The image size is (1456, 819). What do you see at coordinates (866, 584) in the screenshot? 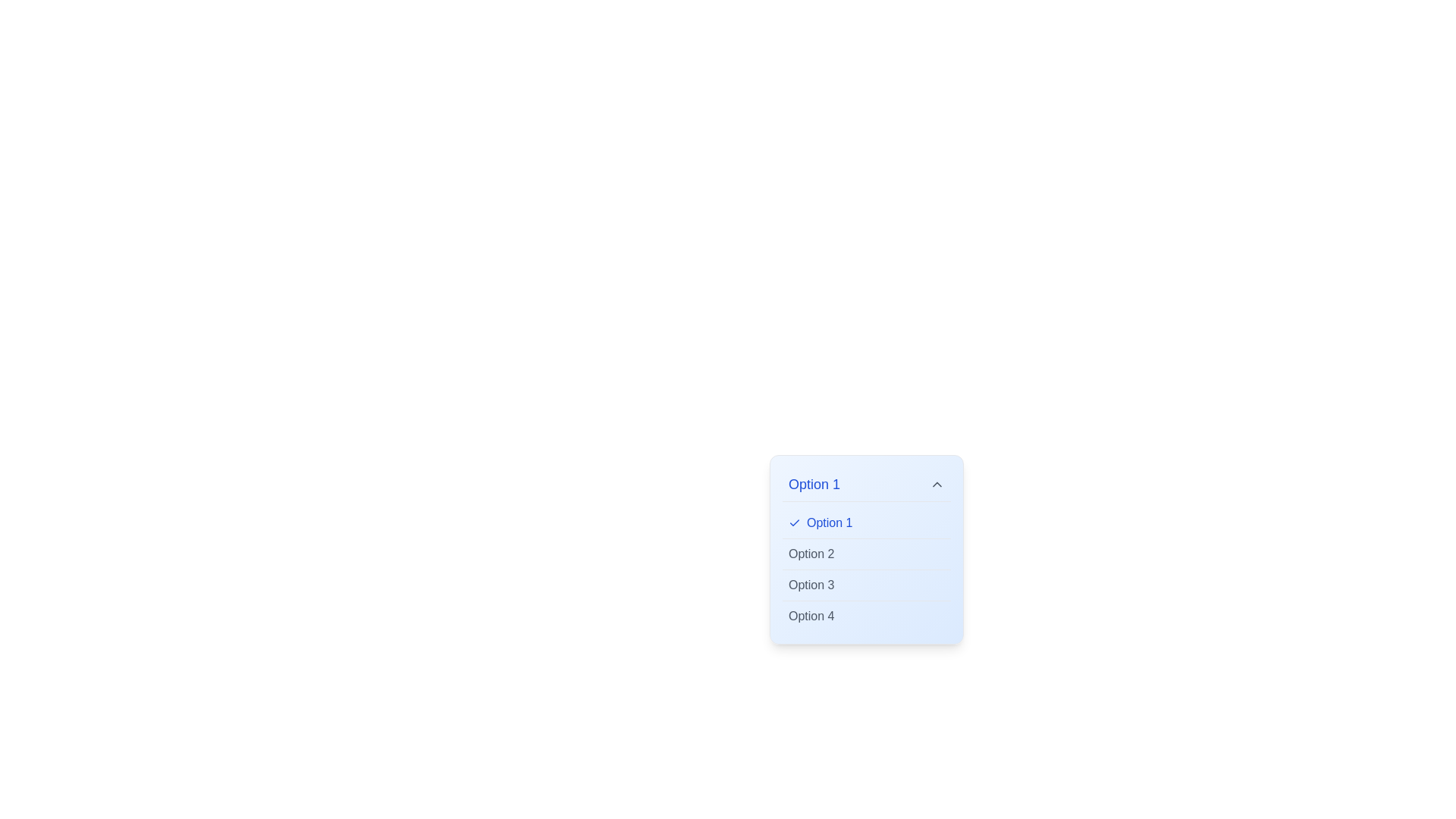
I see `to select 'Option 3' from the dropdown list, which is styled in muted gray and located below 'Option 2' and above 'Option 4'` at bounding box center [866, 584].